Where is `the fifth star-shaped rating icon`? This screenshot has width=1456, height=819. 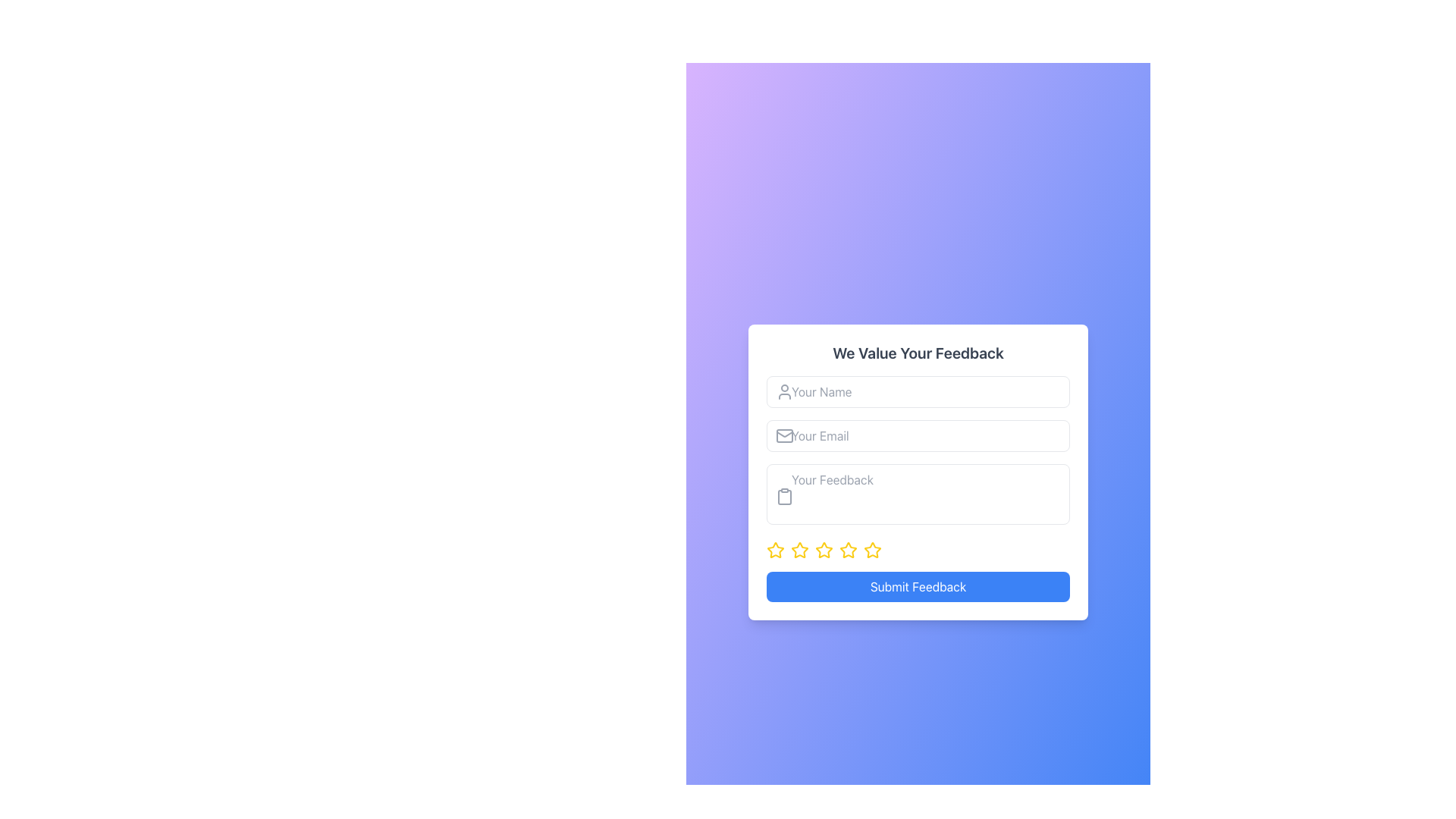 the fifth star-shaped rating icon is located at coordinates (872, 550).